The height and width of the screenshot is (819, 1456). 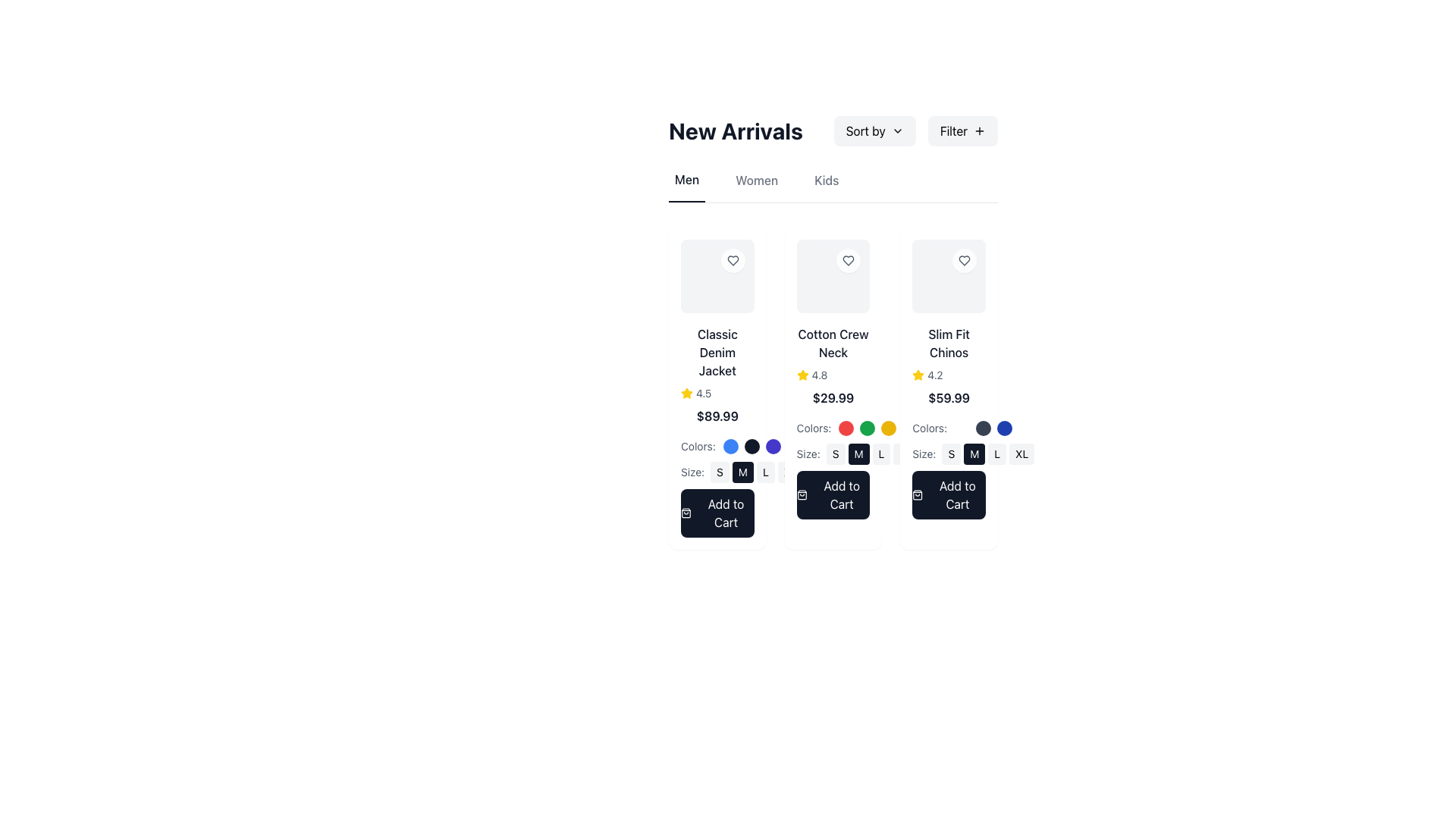 I want to click on the dropdown button located in the top-right region of the interface, so click(x=874, y=130).